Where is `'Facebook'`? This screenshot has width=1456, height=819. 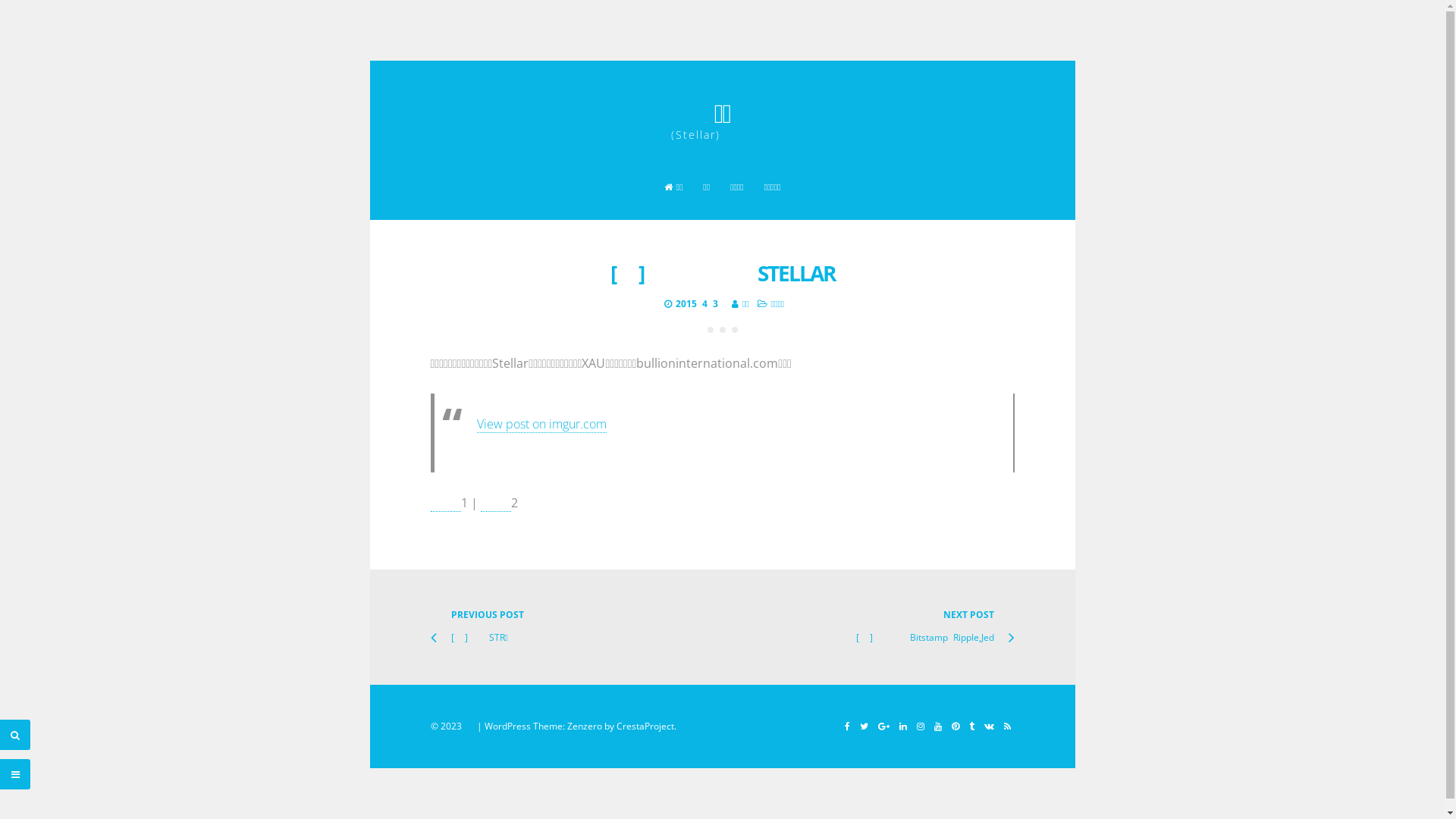
'Facebook' is located at coordinates (846, 725).